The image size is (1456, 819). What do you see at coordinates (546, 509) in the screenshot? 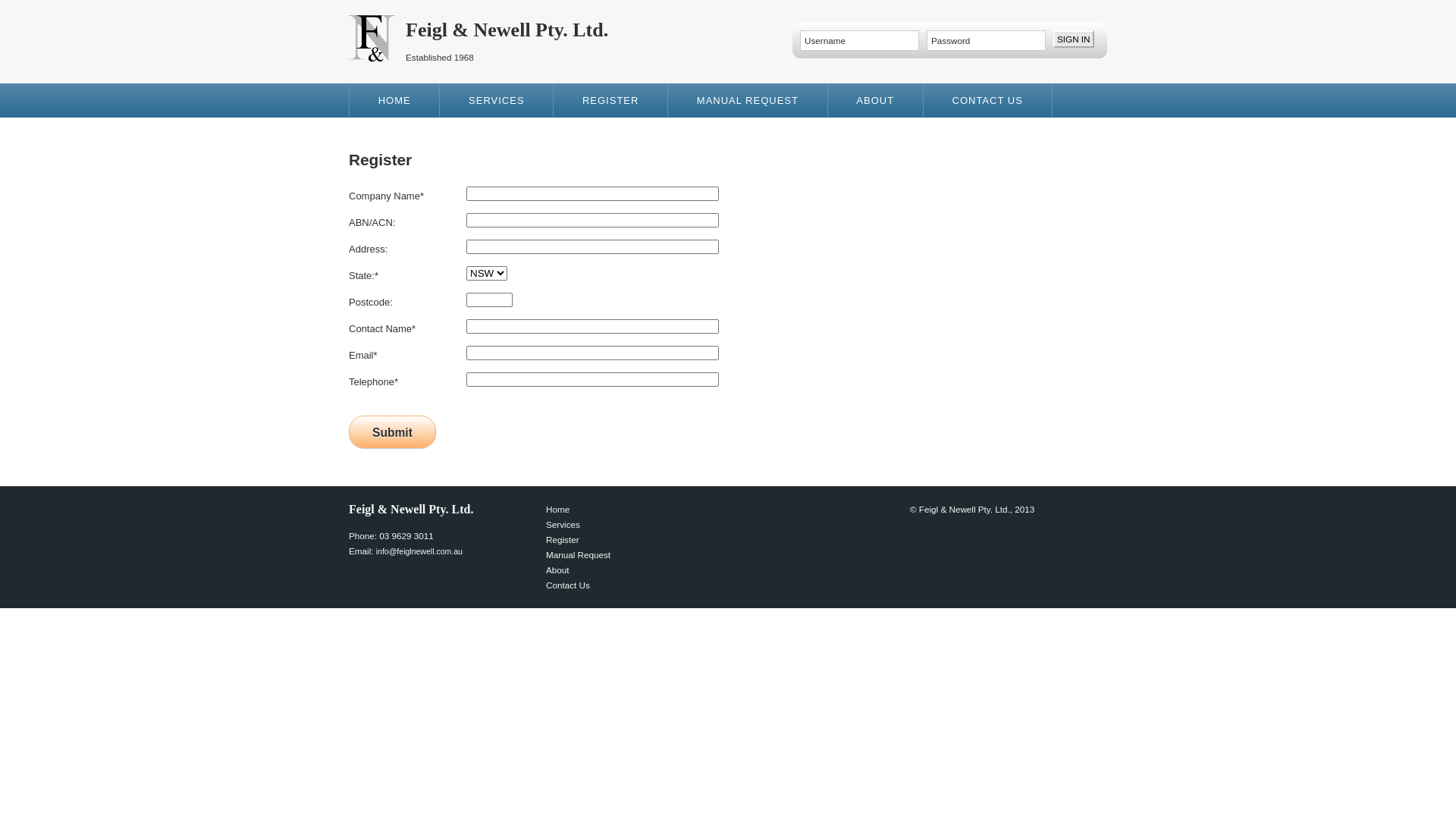
I see `'Home'` at bounding box center [546, 509].